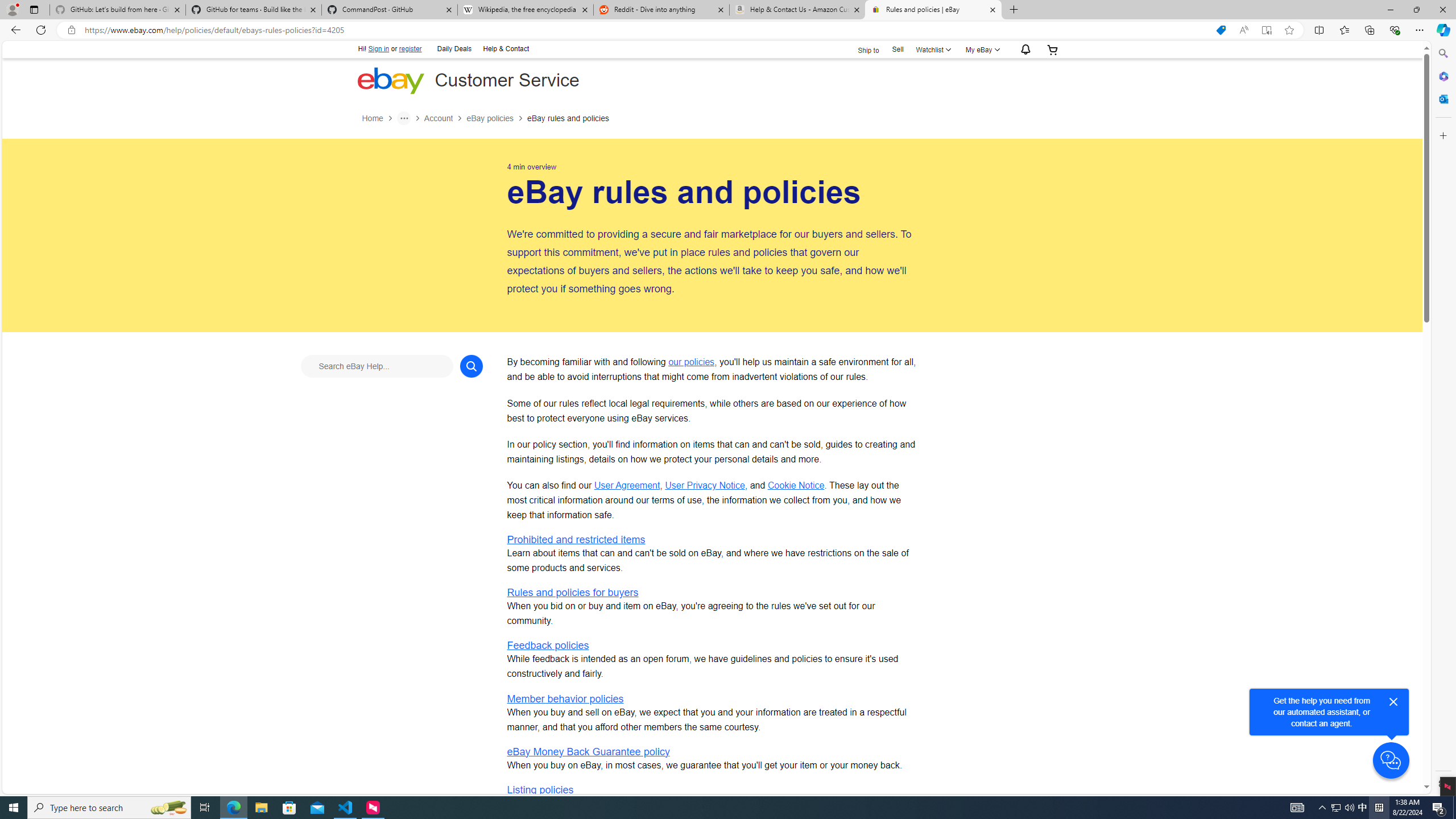  What do you see at coordinates (981, 49) in the screenshot?
I see `'My eBay'` at bounding box center [981, 49].